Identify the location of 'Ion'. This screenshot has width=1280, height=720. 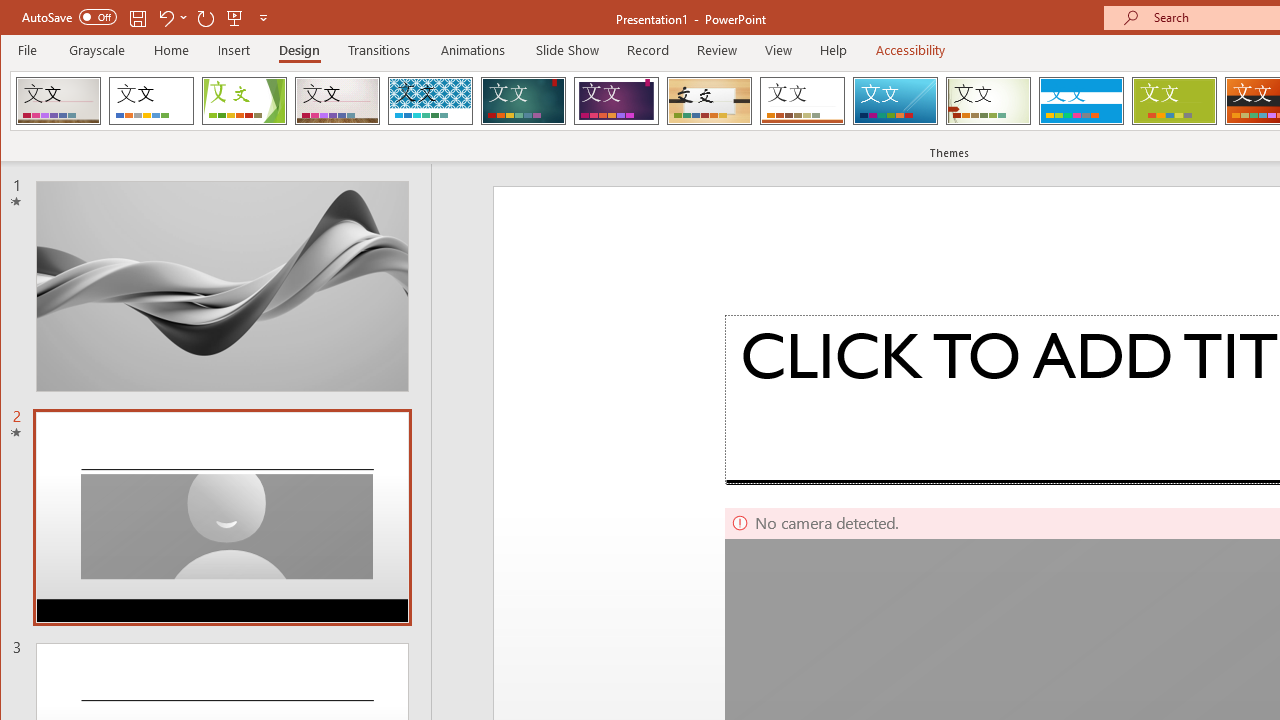
(523, 100).